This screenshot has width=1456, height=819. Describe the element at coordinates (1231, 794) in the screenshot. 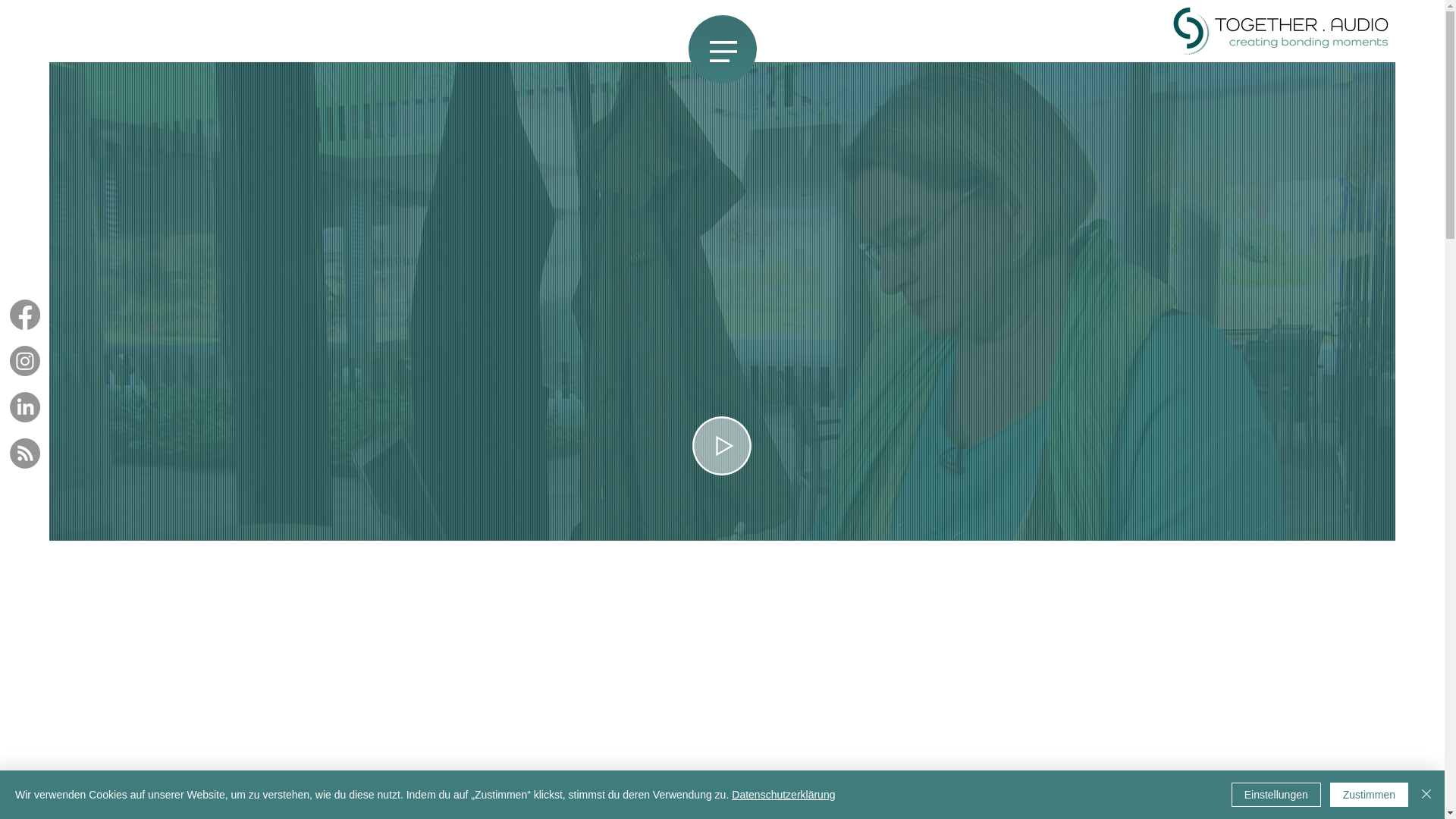

I see `'Einstellungen'` at that location.